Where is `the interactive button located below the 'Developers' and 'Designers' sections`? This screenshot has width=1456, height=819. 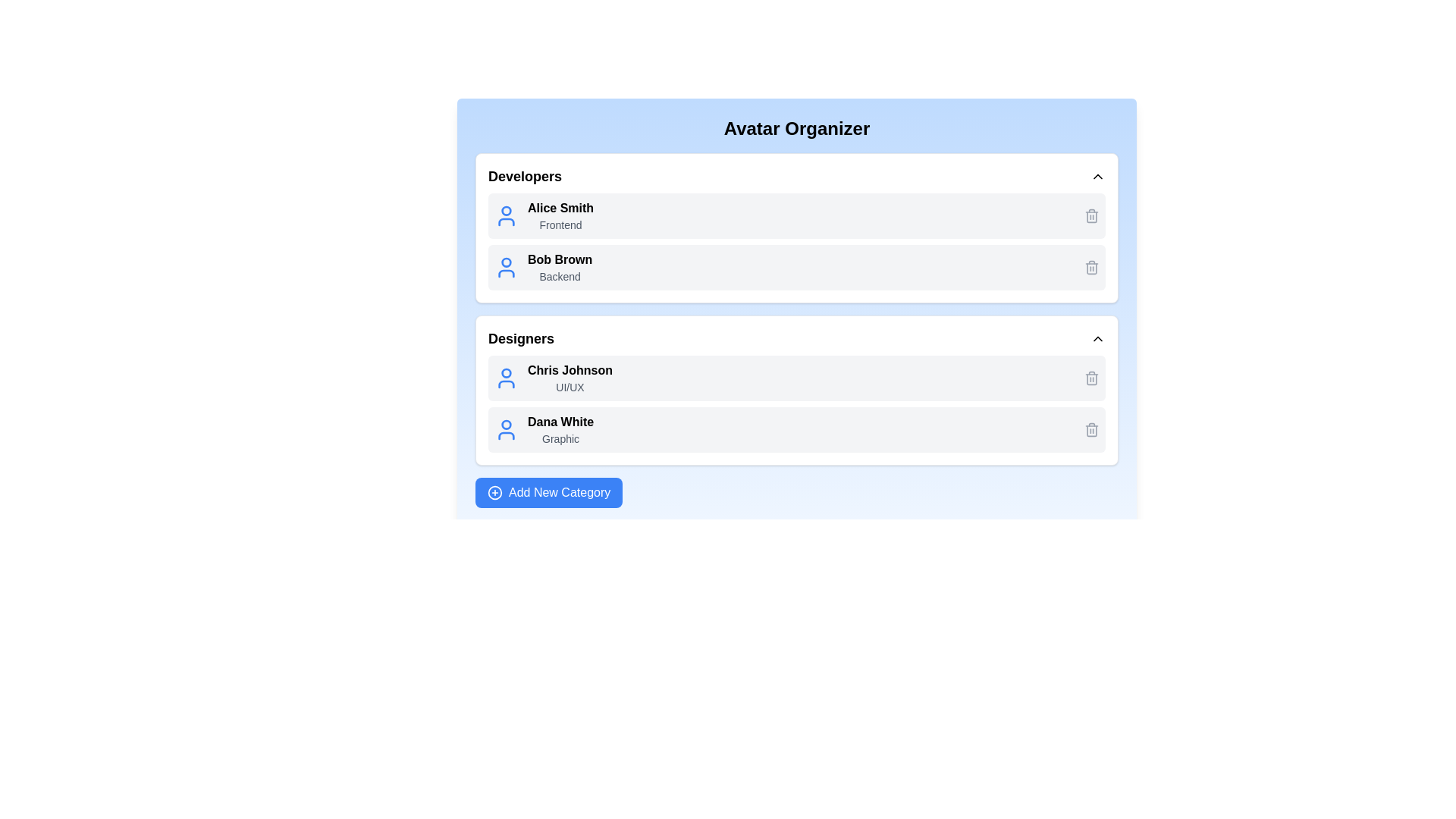
the interactive button located below the 'Developers' and 'Designers' sections is located at coordinates (548, 493).